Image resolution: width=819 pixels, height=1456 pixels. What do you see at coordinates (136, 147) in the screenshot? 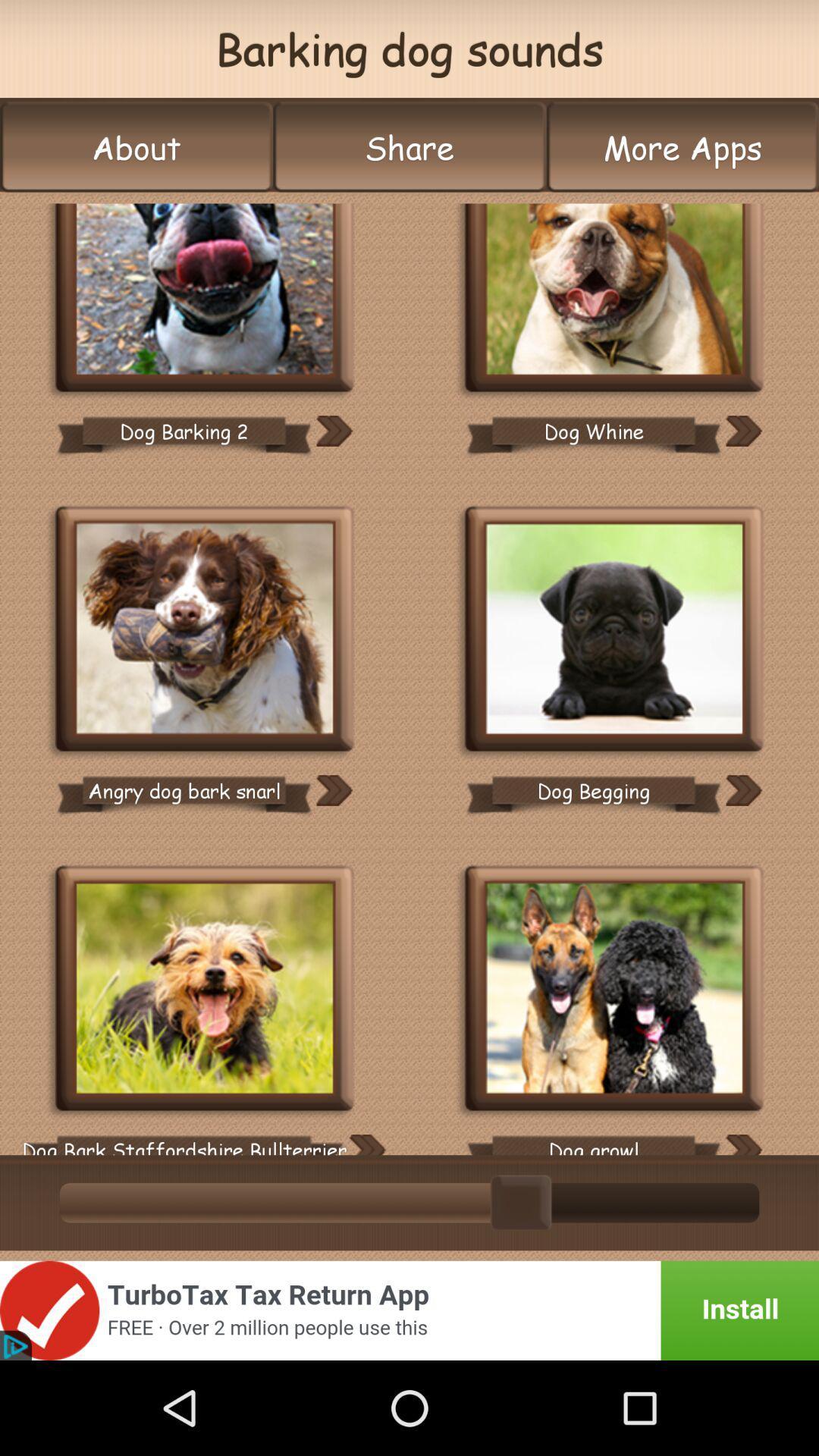
I see `the about icon` at bounding box center [136, 147].